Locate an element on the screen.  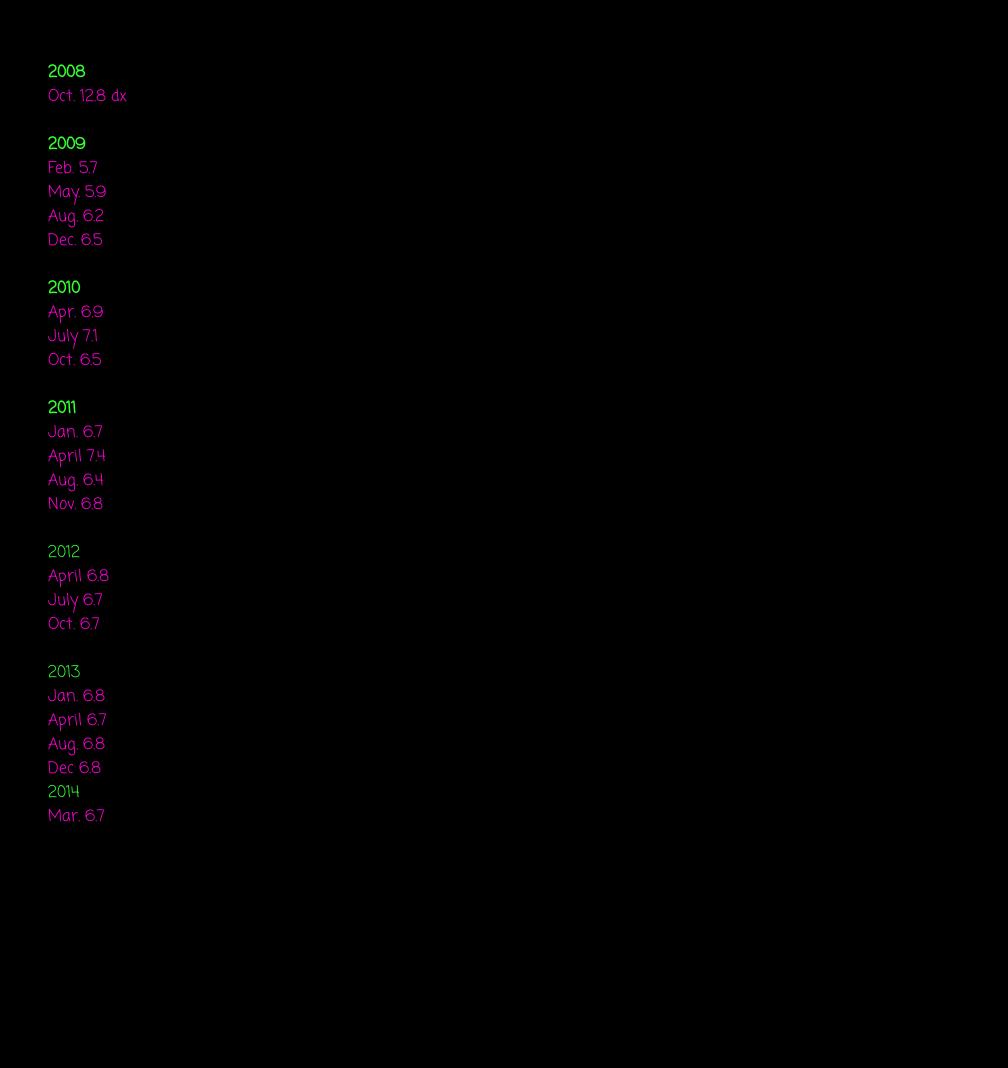
'Aug. 6.8' is located at coordinates (76, 745).